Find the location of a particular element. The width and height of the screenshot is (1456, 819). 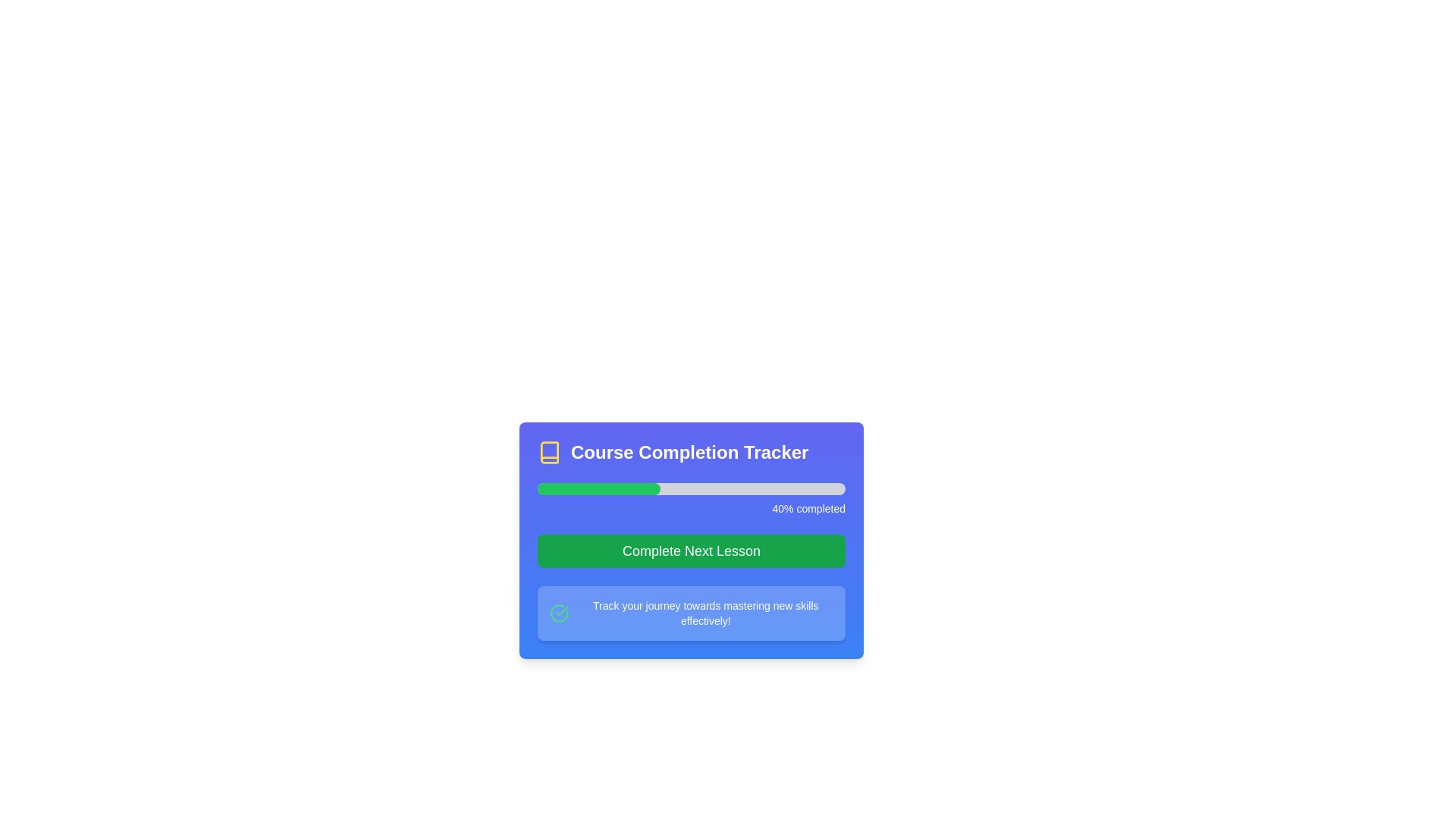

the progress bar that visually represents 40% course completion, located below the 'Course Completion Tracker' heading and above the 'Complete Next Lesson' button is located at coordinates (691, 500).